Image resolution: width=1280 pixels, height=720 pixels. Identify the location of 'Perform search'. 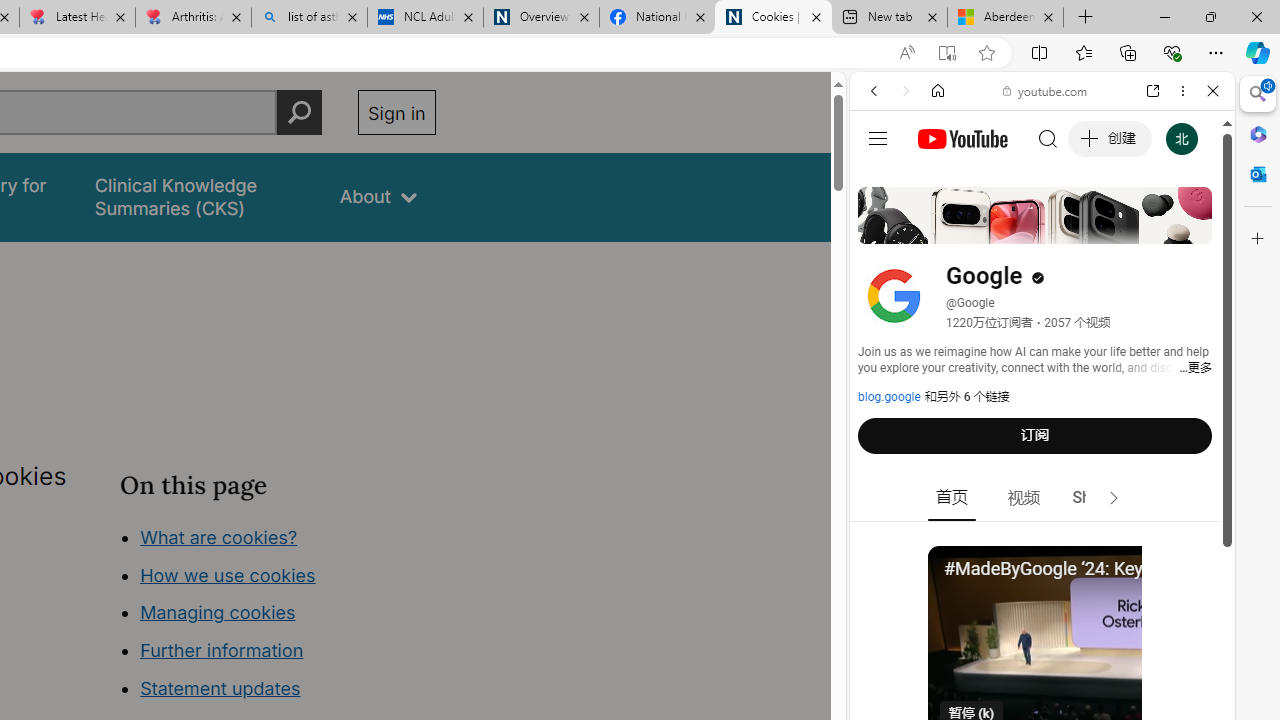
(298, 112).